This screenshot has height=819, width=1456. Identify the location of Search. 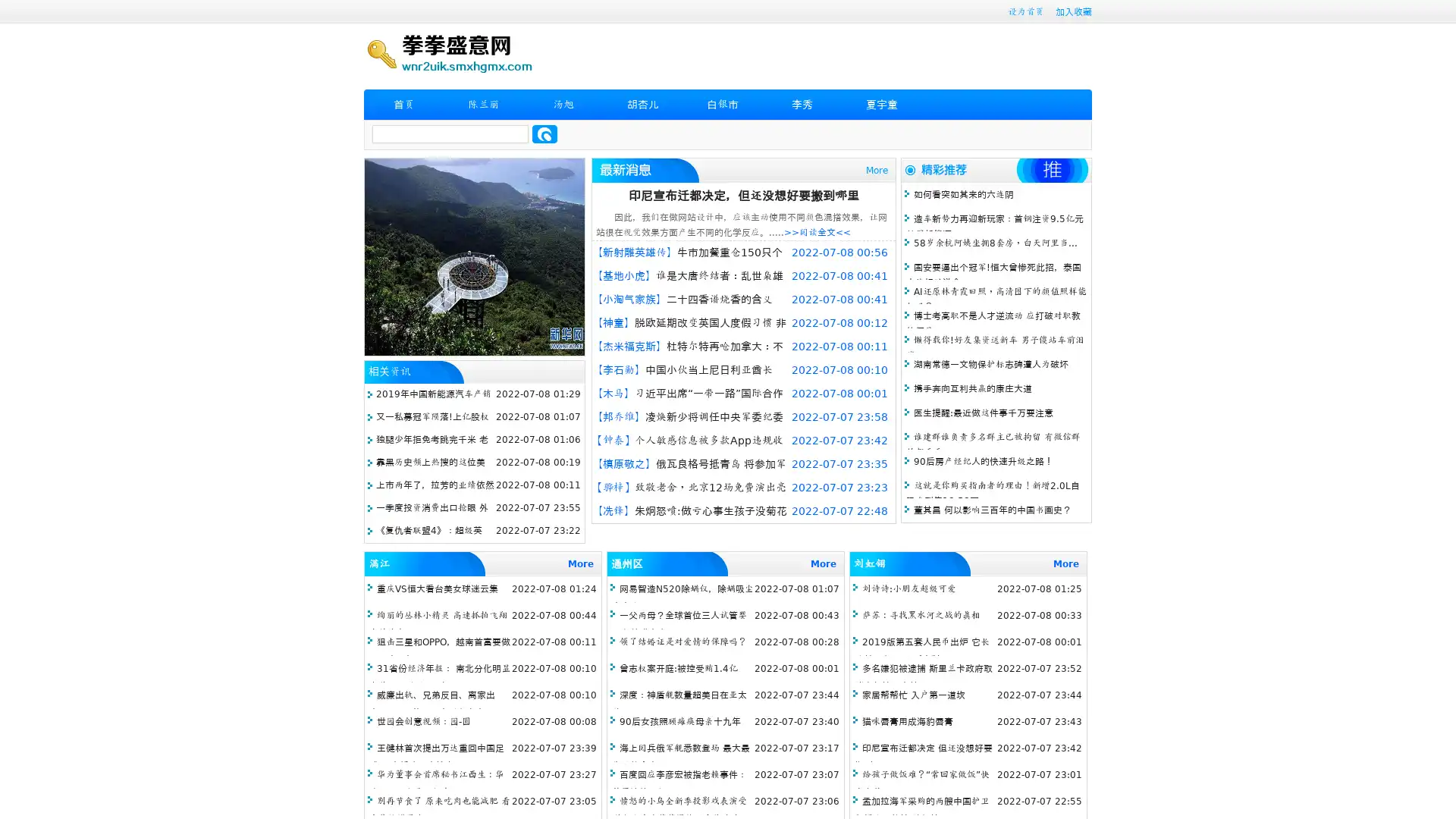
(544, 133).